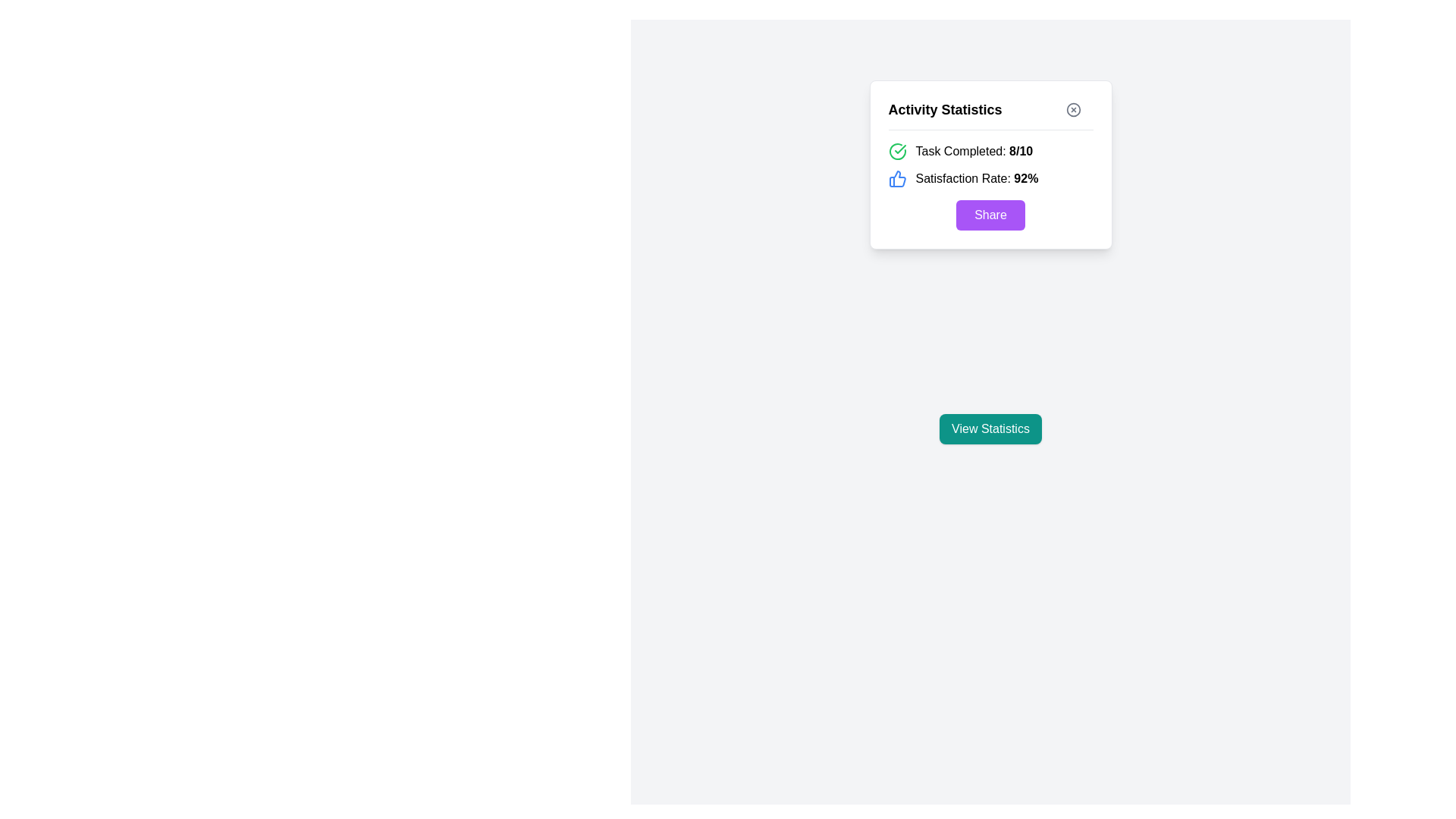 Image resolution: width=1456 pixels, height=819 pixels. Describe the element at coordinates (1026, 177) in the screenshot. I see `the text label displaying '92%' which is styled in black bold font and located next to 'Satisfaction Rate:' inside the 'Activity Statistics' card` at that location.